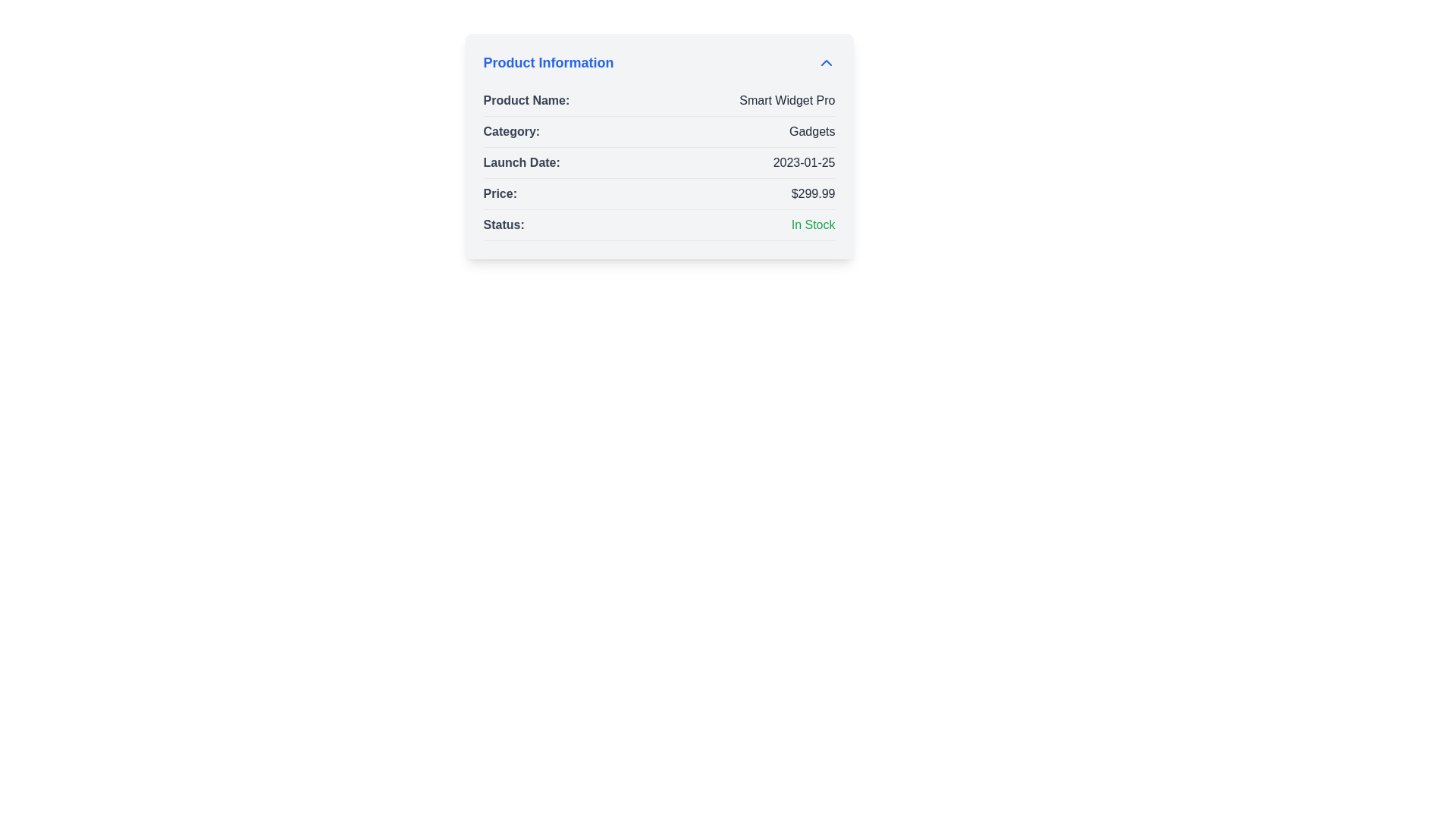  What do you see at coordinates (787, 100) in the screenshot?
I see `the text label displaying 'Smart Widget Pro', which is styled with dark gray text and is positioned to the right of the 'Product Name:' label in the product information panel` at bounding box center [787, 100].